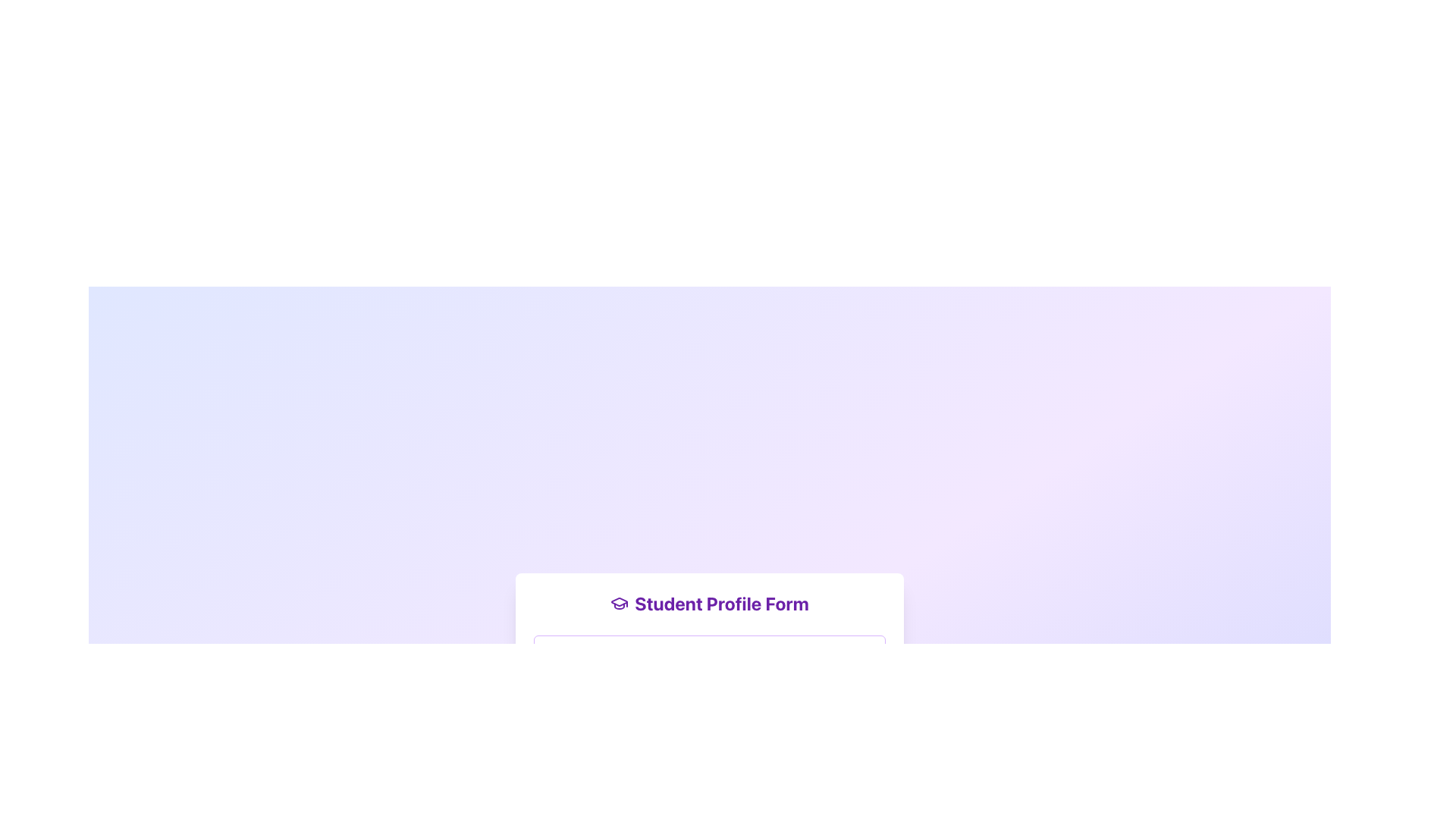 Image resolution: width=1456 pixels, height=819 pixels. Describe the element at coordinates (620, 601) in the screenshot. I see `the main body of the graduation cap icon, which visually represents education or student-related content, centrally aligned over the title text` at that location.